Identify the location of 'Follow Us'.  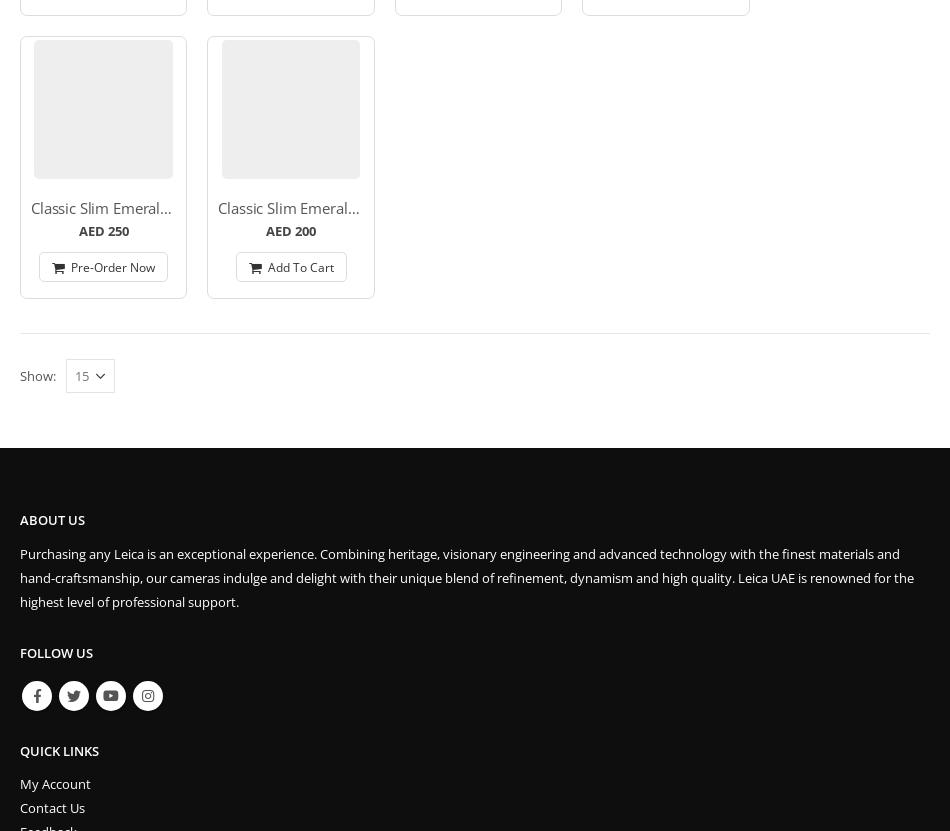
(20, 653).